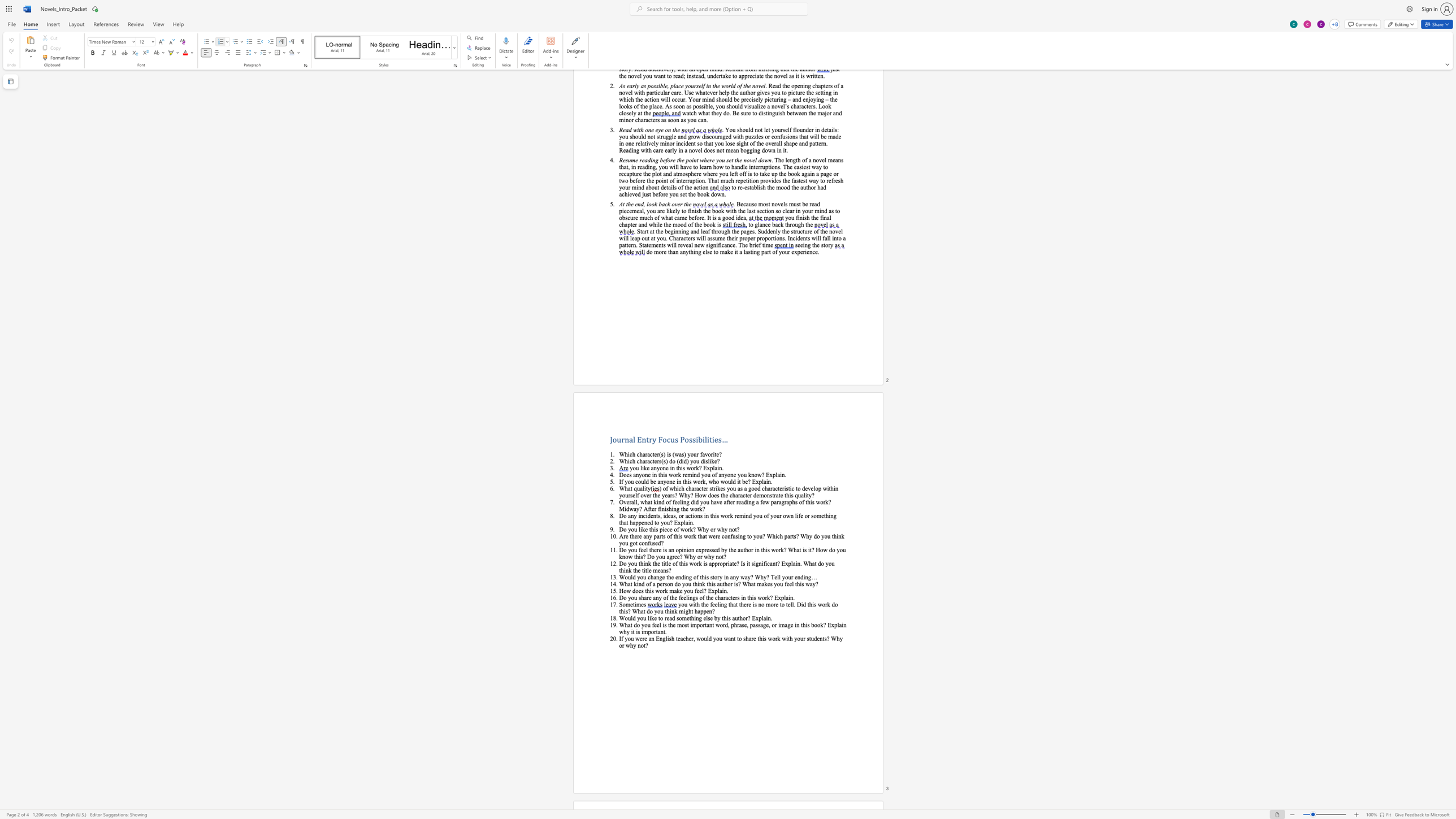 The width and height of the screenshot is (1456, 819). What do you see at coordinates (648, 536) in the screenshot?
I see `the space between the continuous character "n" and "y" in the text` at bounding box center [648, 536].